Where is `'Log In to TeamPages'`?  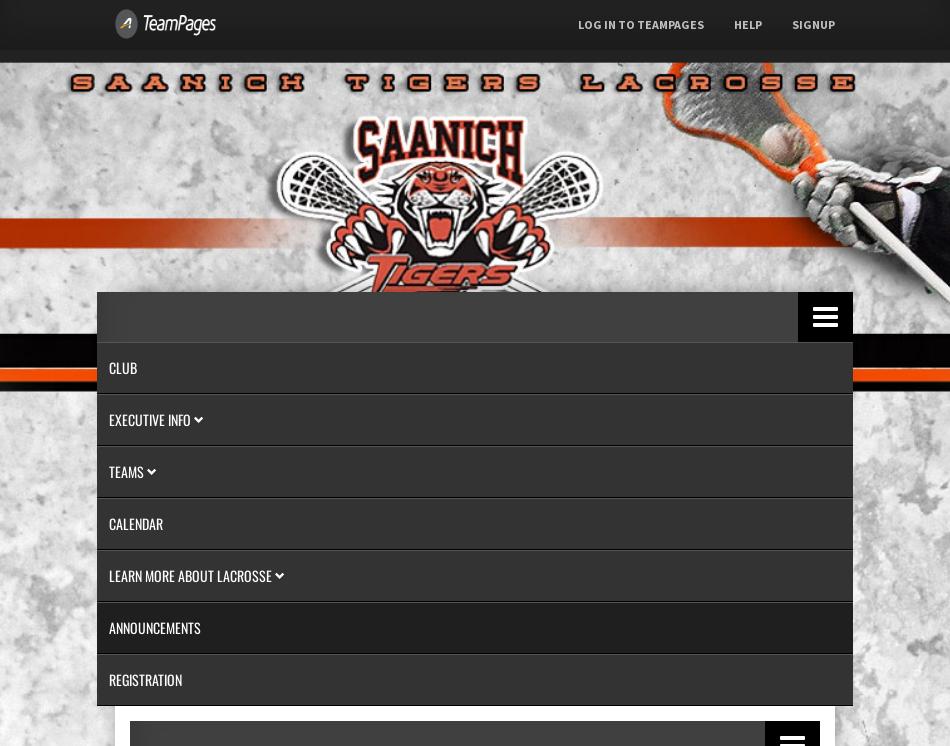 'Log In to TeamPages' is located at coordinates (640, 24).